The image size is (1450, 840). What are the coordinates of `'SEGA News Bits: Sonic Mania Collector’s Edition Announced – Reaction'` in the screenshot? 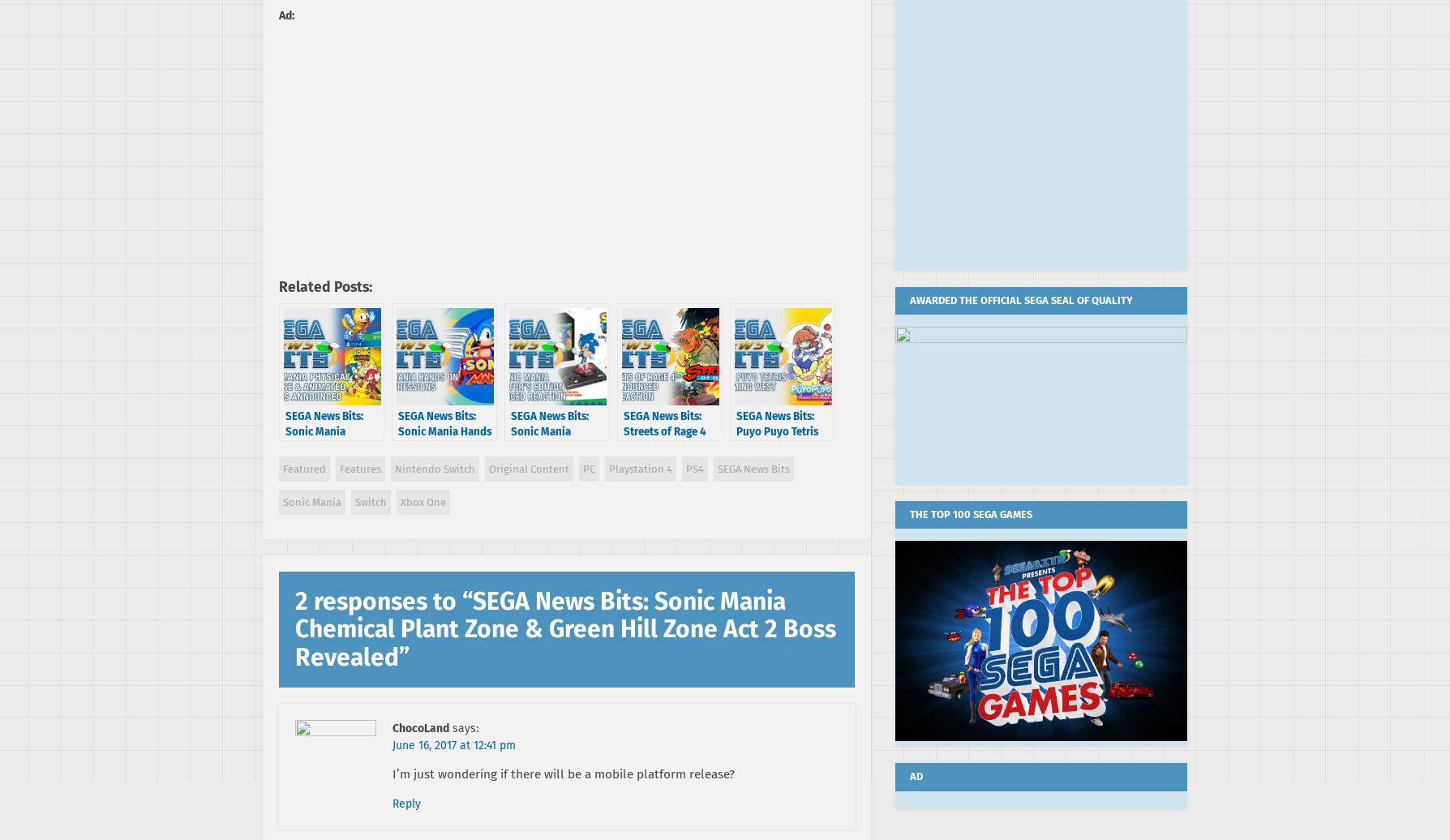 It's located at (555, 446).